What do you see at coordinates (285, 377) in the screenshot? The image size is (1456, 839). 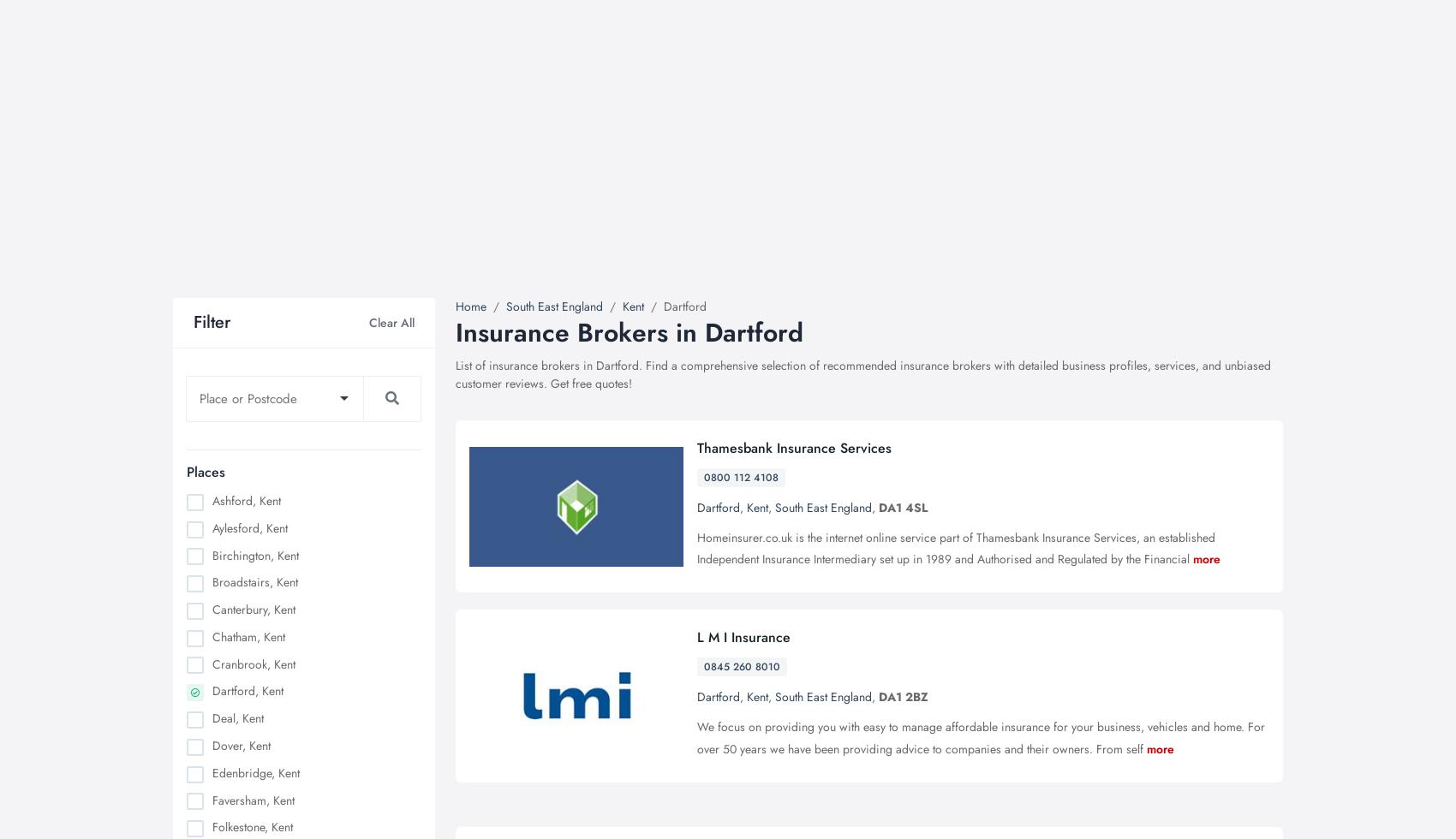 I see `'Kingston upon Hull, East Riding of Yorkshire'` at bounding box center [285, 377].